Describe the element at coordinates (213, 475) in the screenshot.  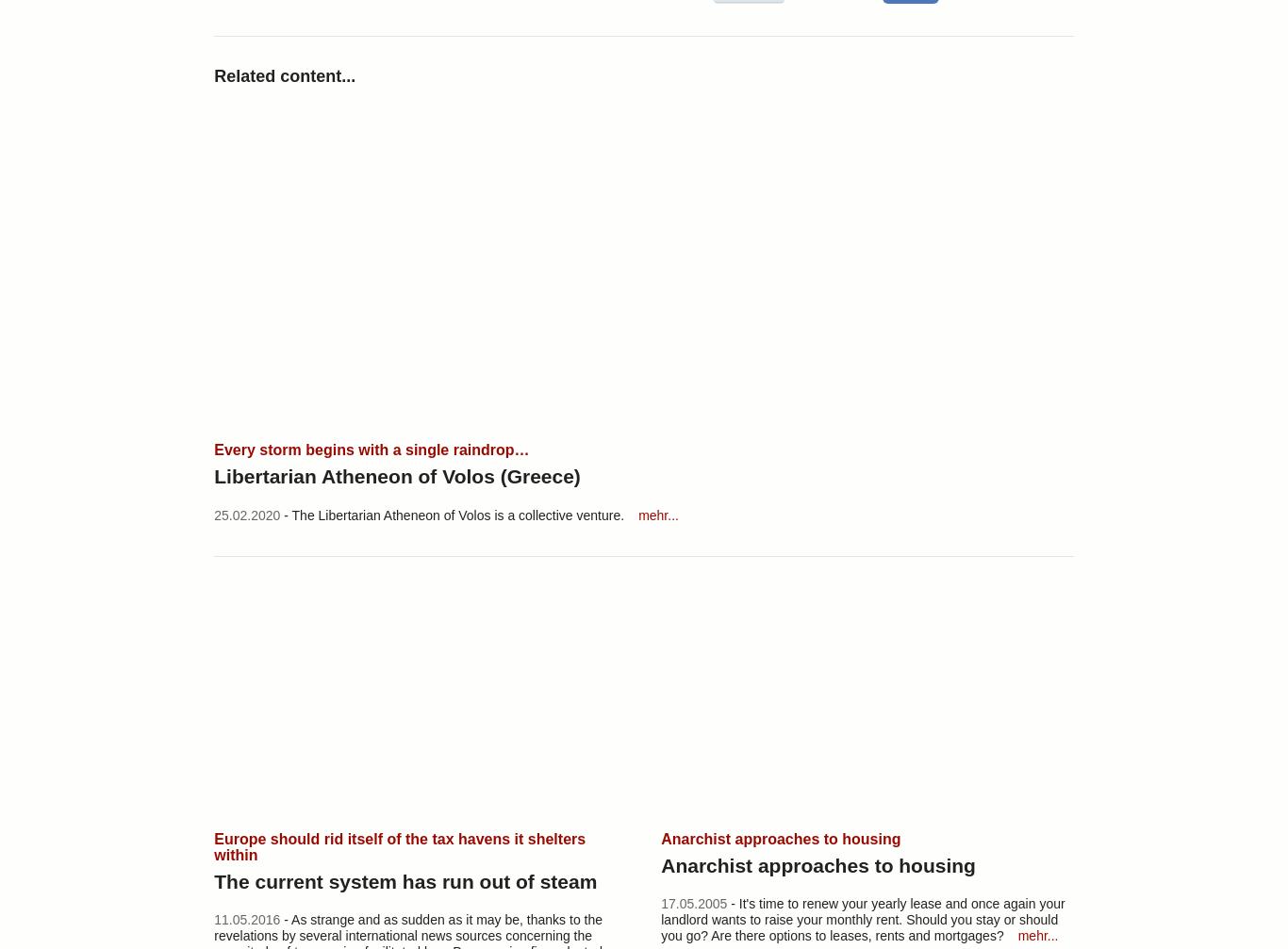
I see `'Libertarian Atheneon of Volos (Greece)'` at that location.